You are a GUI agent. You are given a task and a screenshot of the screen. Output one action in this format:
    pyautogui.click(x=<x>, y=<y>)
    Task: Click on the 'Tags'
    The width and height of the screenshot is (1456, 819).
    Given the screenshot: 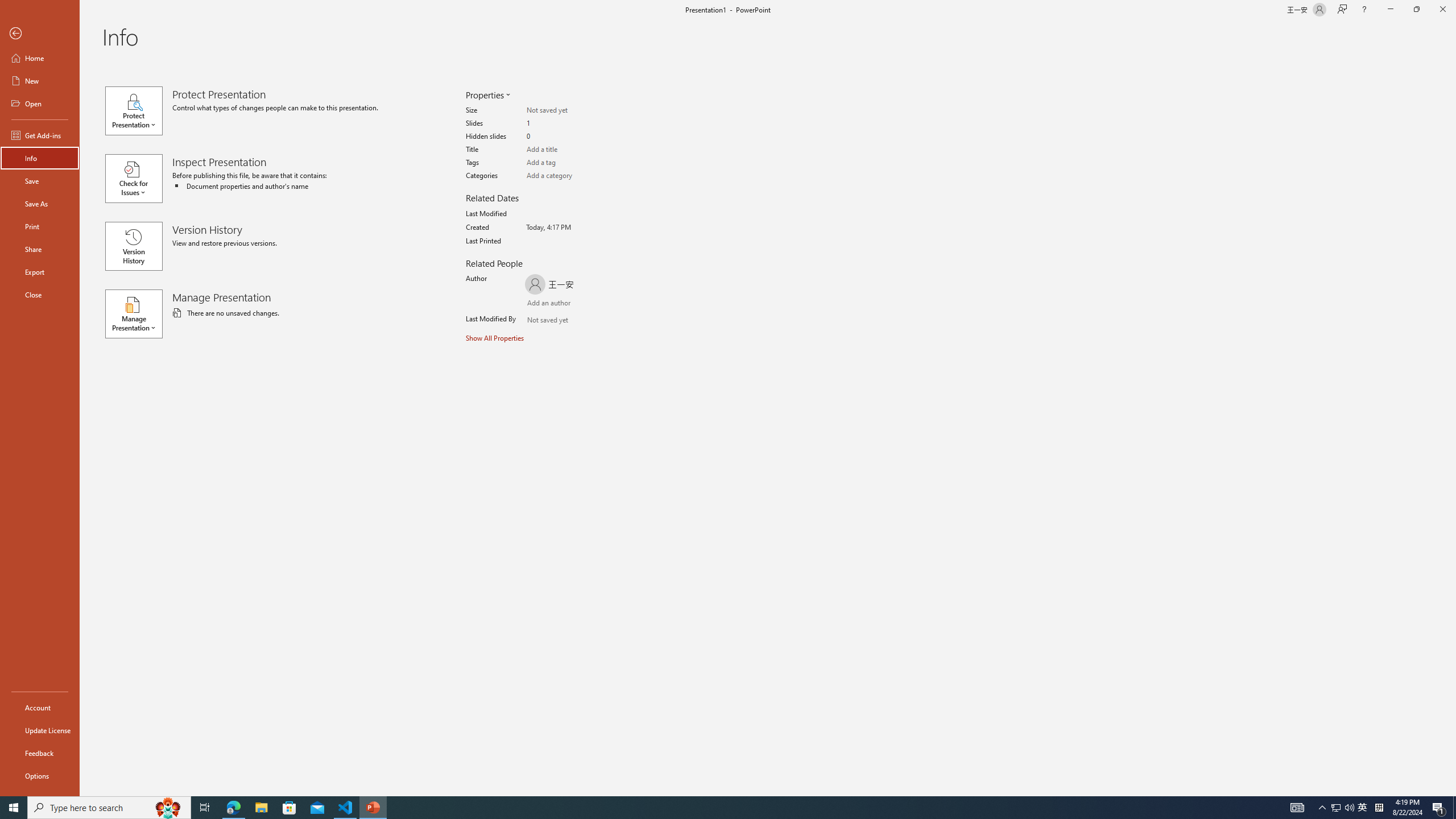 What is the action you would take?
    pyautogui.click(x=570, y=163)
    